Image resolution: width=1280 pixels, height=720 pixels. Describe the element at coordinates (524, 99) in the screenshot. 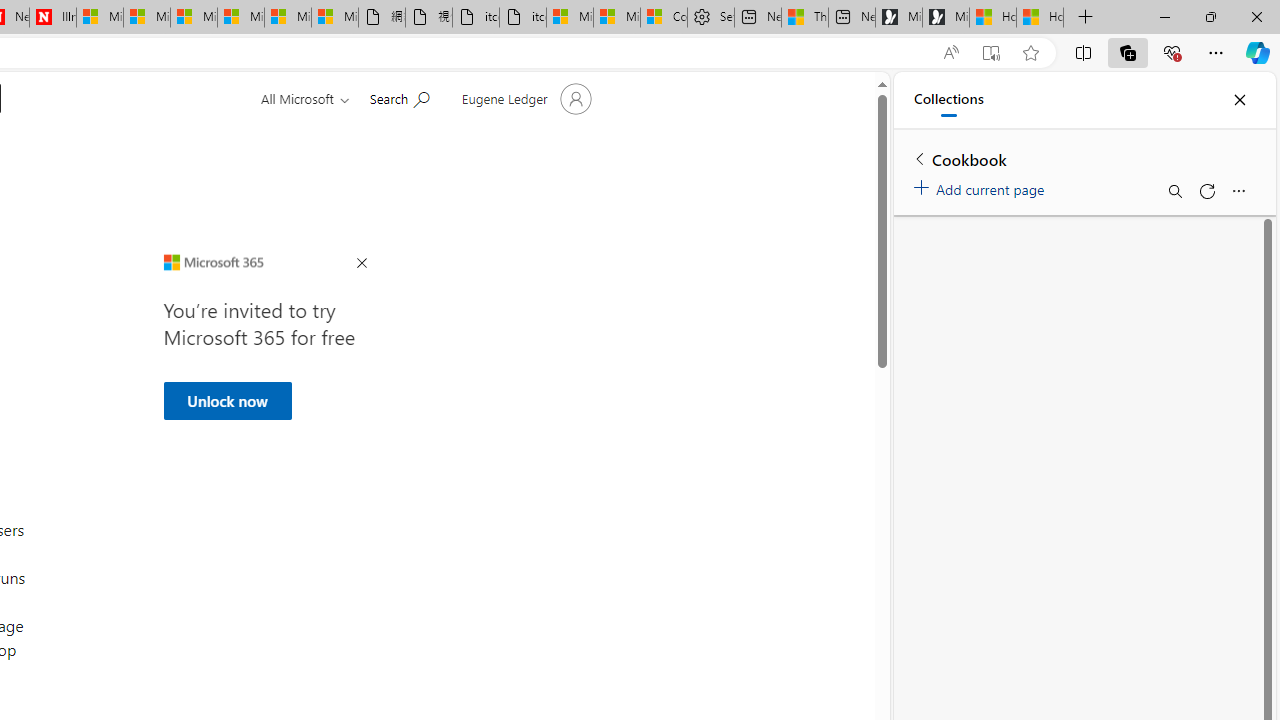

I see `'Account manager for Eugene Ledger'` at that location.